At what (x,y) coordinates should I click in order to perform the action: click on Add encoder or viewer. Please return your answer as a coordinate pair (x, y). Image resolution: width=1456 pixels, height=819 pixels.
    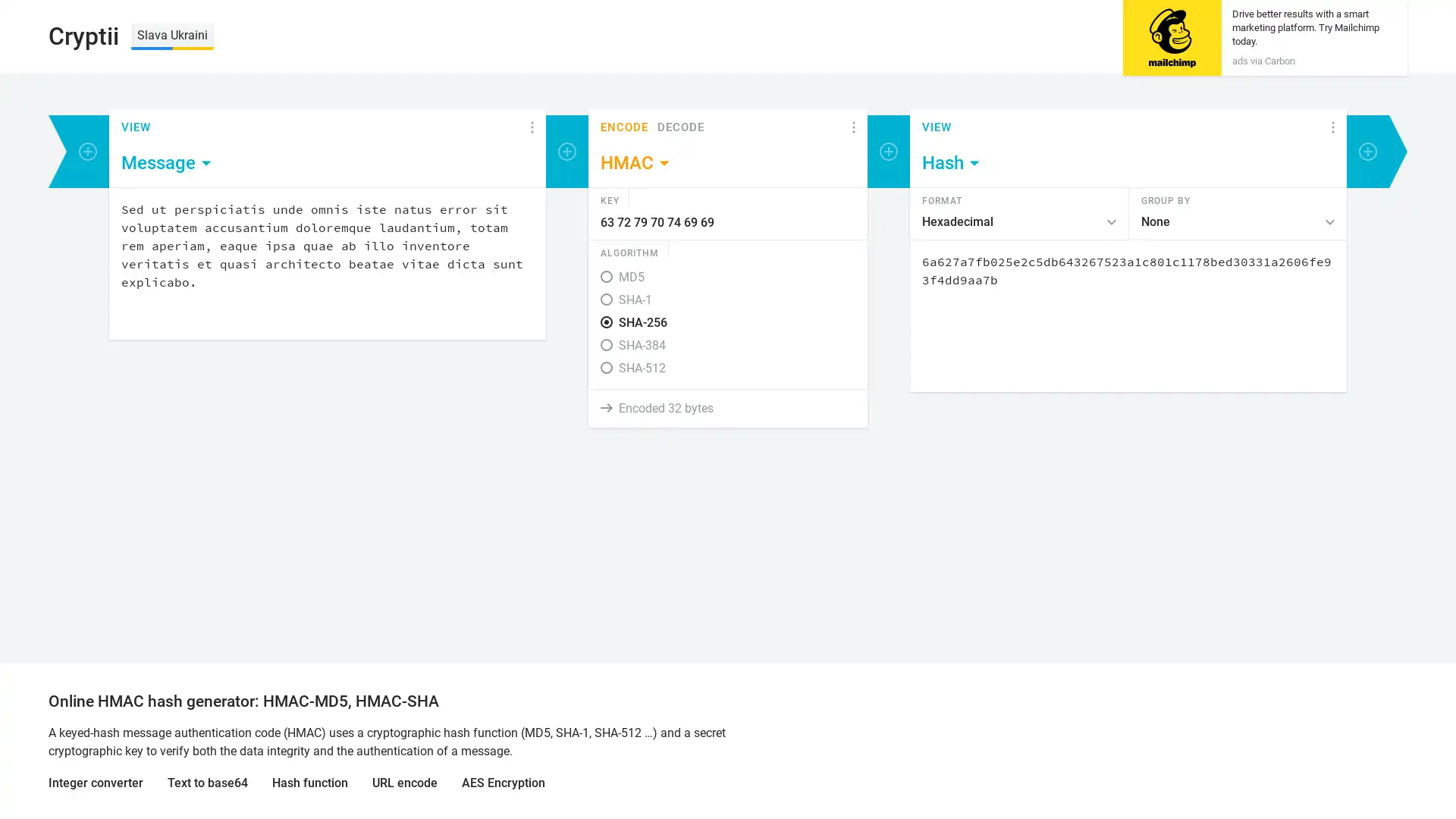
    Looking at the image, I should click on (86, 152).